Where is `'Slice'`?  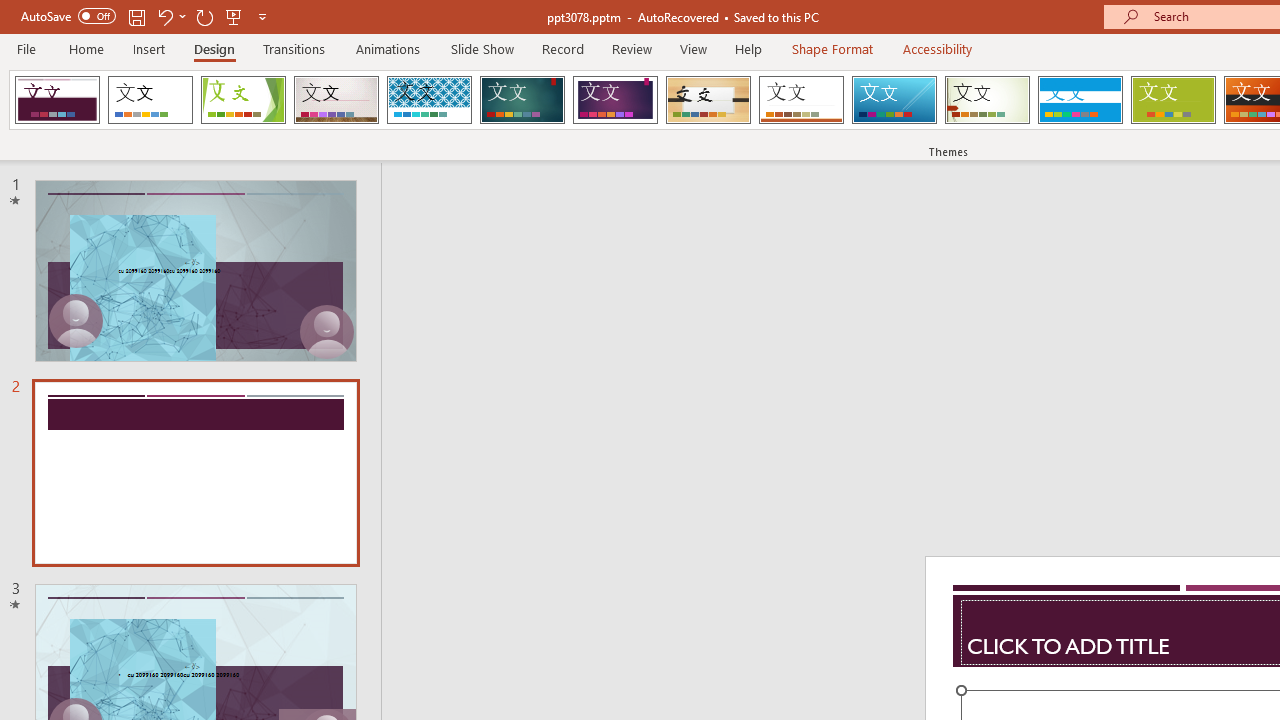
'Slice' is located at coordinates (893, 100).